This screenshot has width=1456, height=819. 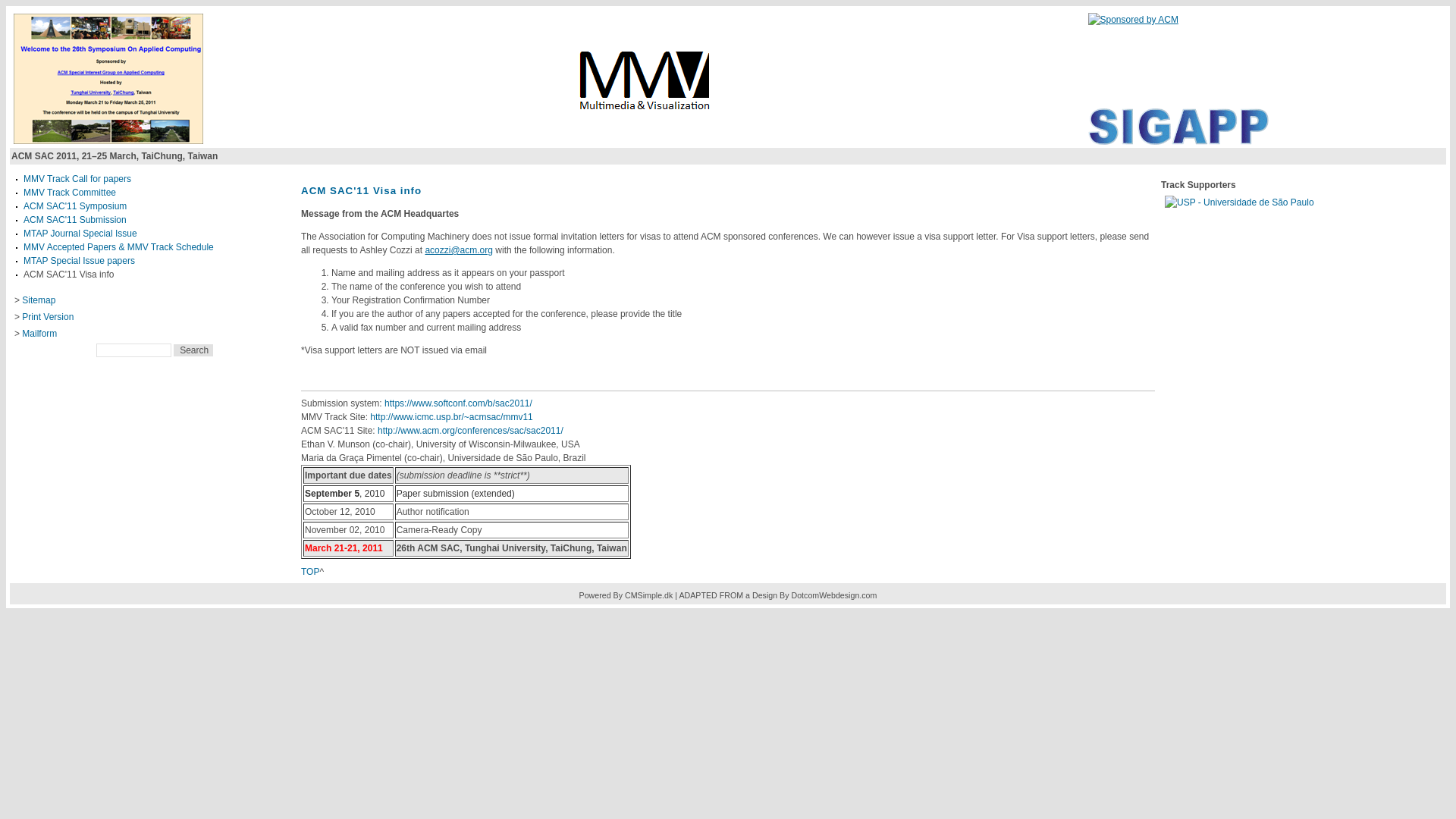 I want to click on 'MMV Track Committee', so click(x=68, y=192).